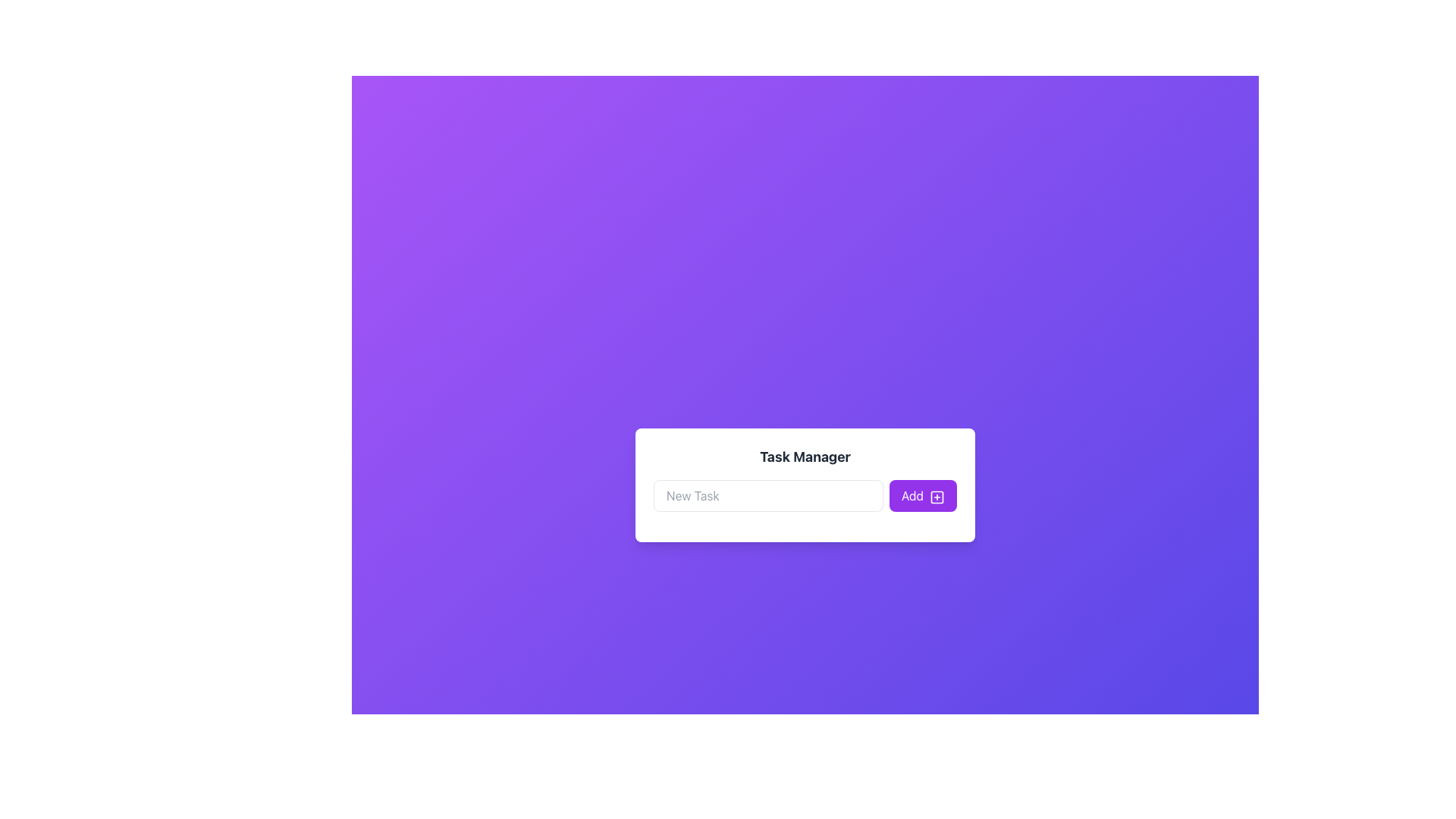 This screenshot has height=819, width=1456. Describe the element at coordinates (937, 497) in the screenshot. I see `the small square with rounded corners located in the bottom right corner of the 'Add' button` at that location.